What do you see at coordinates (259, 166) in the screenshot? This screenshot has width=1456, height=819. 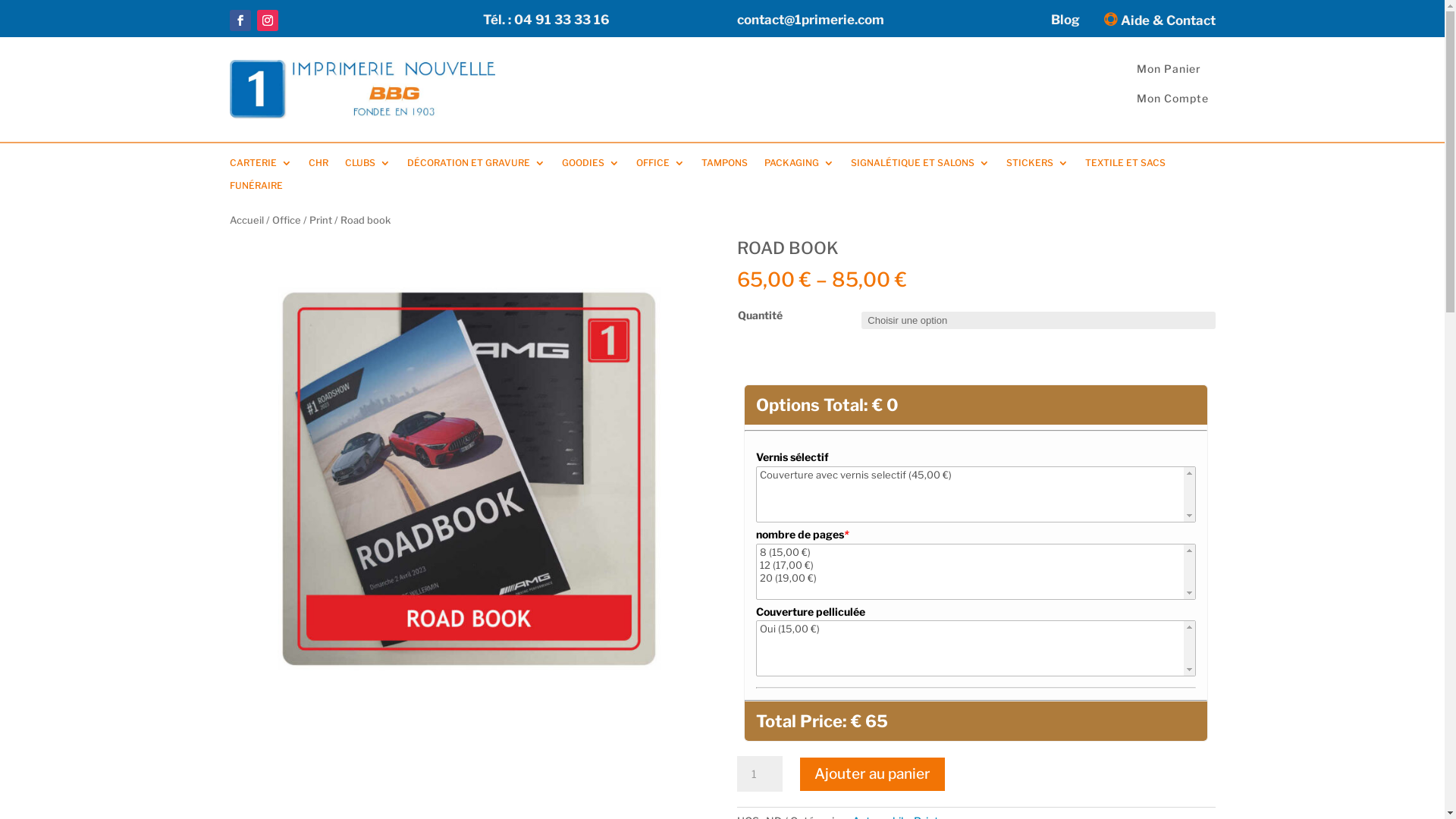 I see `'CARTERIE'` at bounding box center [259, 166].